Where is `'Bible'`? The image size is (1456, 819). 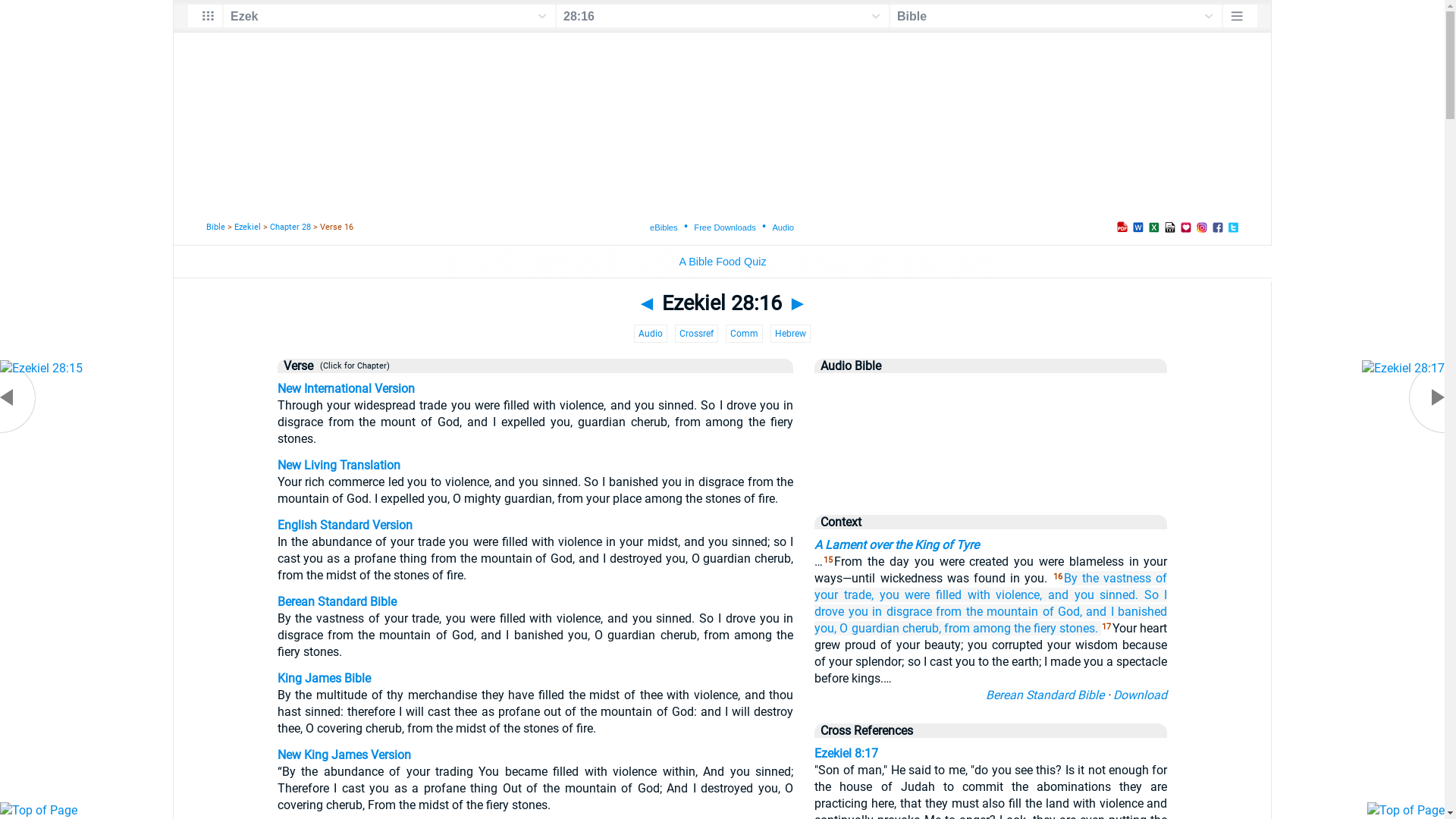 'Bible' is located at coordinates (215, 227).